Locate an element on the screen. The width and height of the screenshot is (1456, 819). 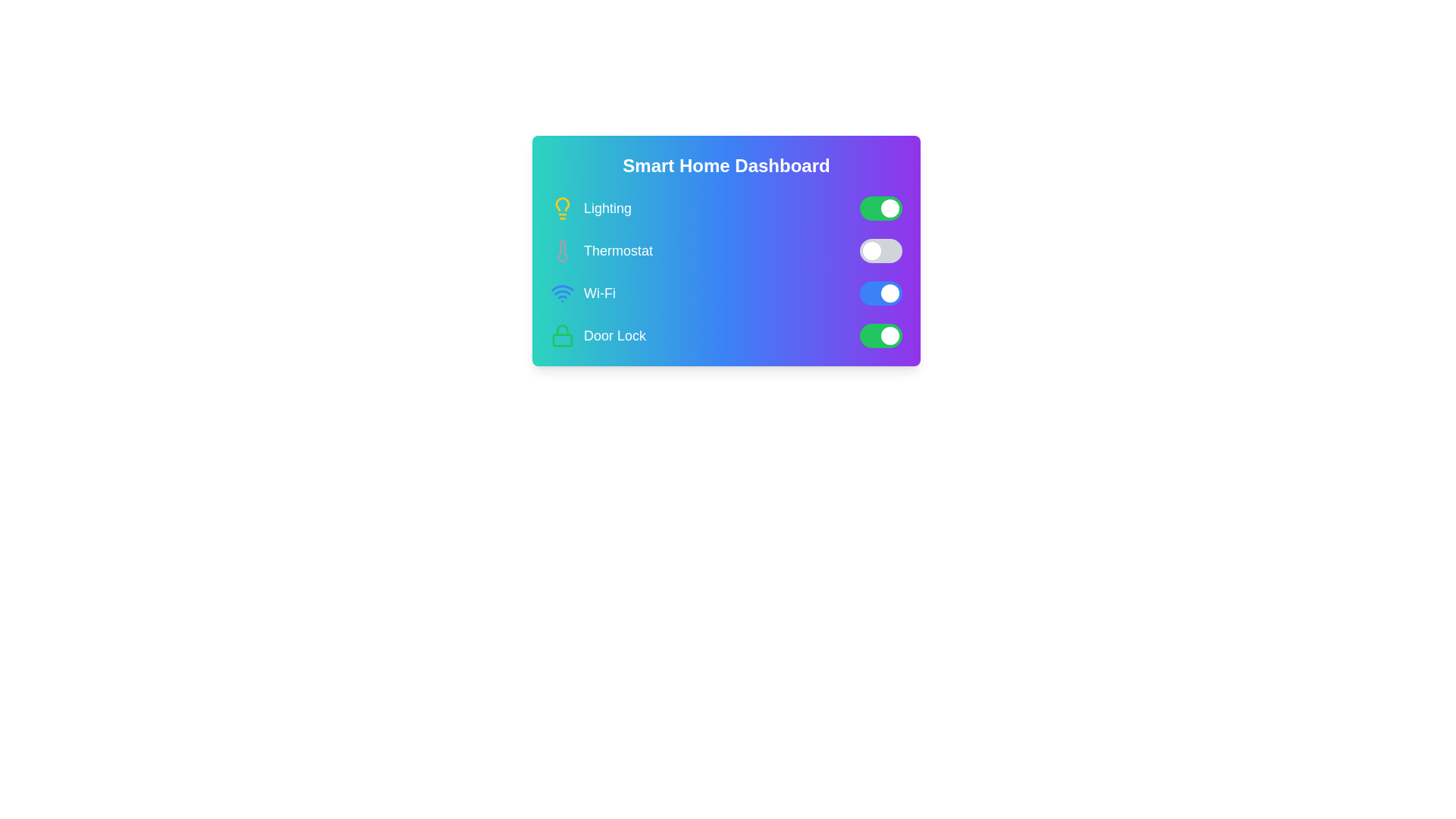
the lightbulb icon in the Lighting section of the Smart Home Dashboard, which is colored yellow and circular in shape is located at coordinates (562, 208).